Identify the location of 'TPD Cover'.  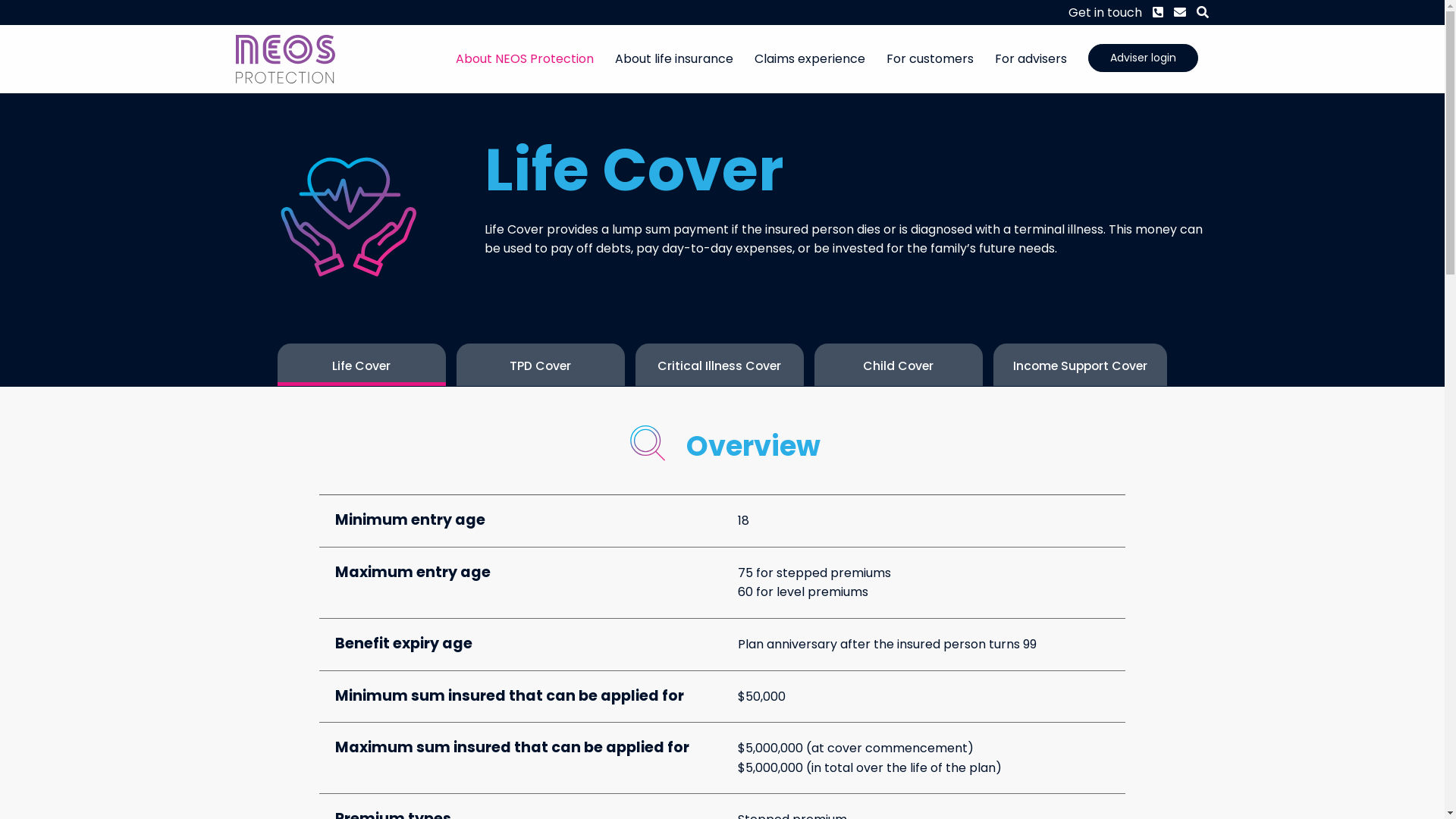
(541, 365).